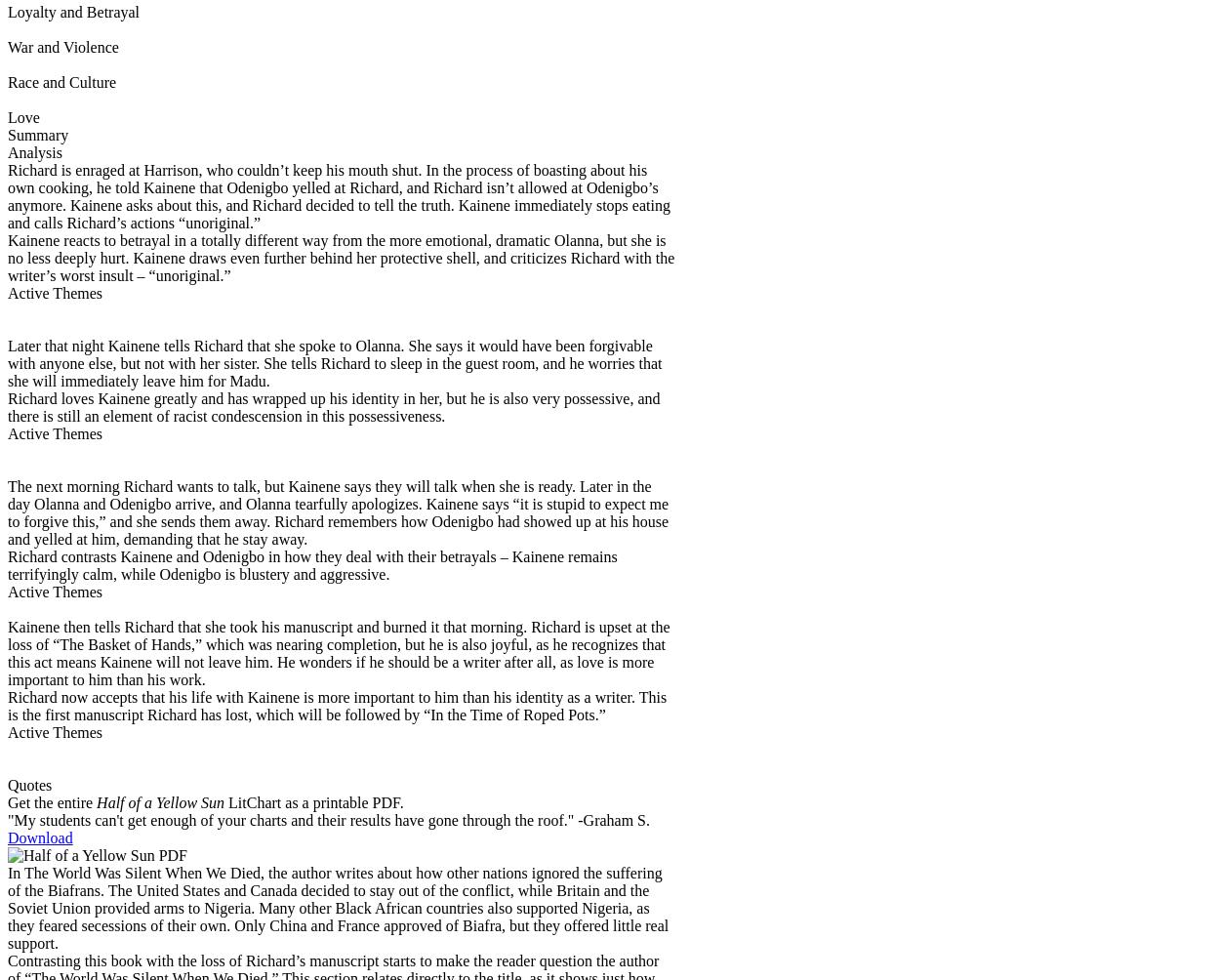  Describe the element at coordinates (247, 379) in the screenshot. I see `'Madu'` at that location.